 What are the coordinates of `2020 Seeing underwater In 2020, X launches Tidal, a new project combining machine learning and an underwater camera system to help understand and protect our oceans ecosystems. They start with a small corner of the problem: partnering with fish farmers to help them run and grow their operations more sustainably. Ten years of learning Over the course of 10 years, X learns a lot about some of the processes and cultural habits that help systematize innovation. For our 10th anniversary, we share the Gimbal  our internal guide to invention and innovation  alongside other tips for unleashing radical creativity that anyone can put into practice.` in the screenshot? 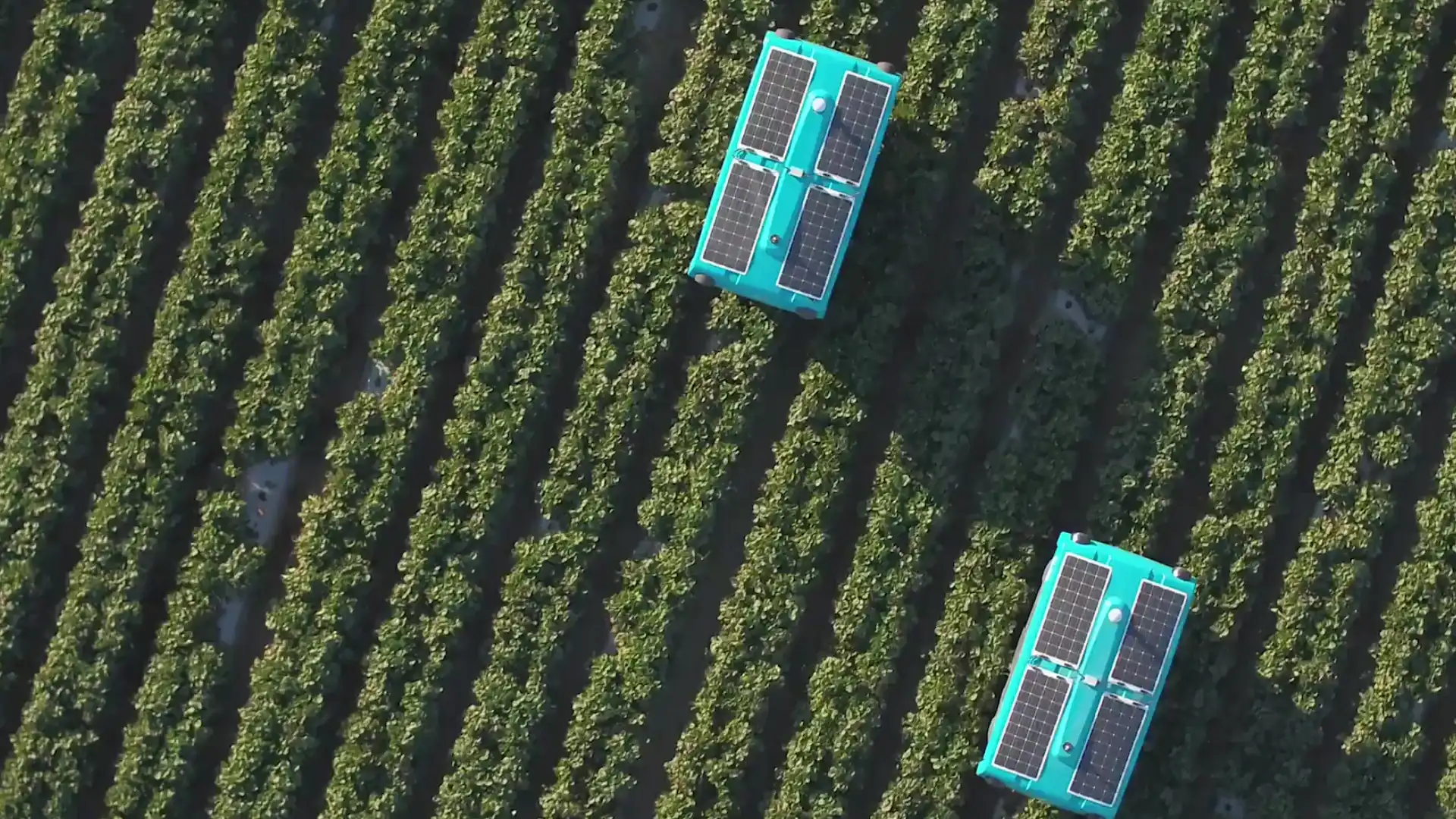 It's located at (686, 99).